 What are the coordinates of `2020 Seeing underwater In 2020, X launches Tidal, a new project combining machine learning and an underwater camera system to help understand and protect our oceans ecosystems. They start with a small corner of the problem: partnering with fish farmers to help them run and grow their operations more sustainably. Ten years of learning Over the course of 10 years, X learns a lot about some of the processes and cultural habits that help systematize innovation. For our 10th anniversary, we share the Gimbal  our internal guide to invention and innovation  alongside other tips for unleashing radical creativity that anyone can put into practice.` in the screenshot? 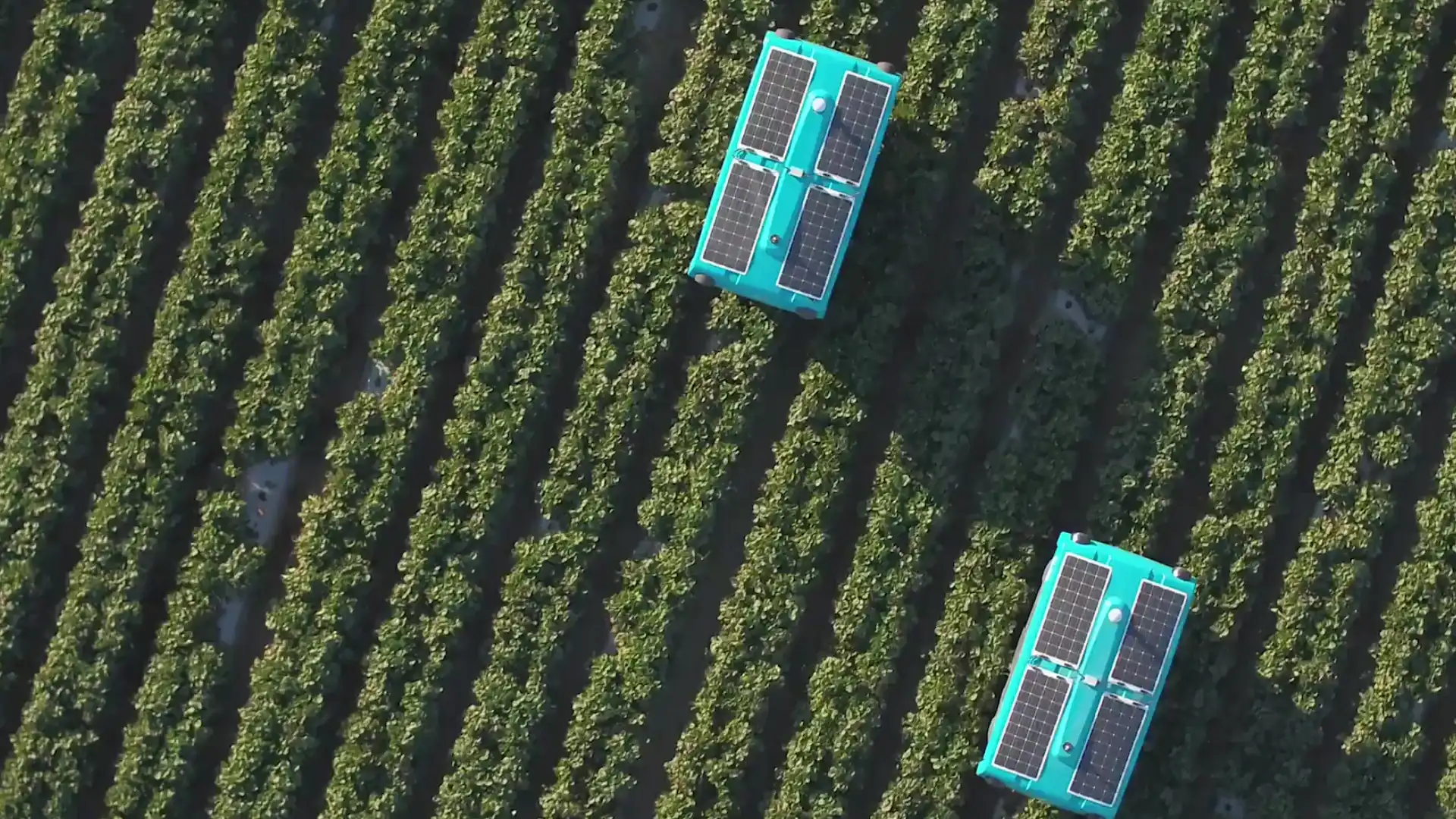 It's located at (686, 99).